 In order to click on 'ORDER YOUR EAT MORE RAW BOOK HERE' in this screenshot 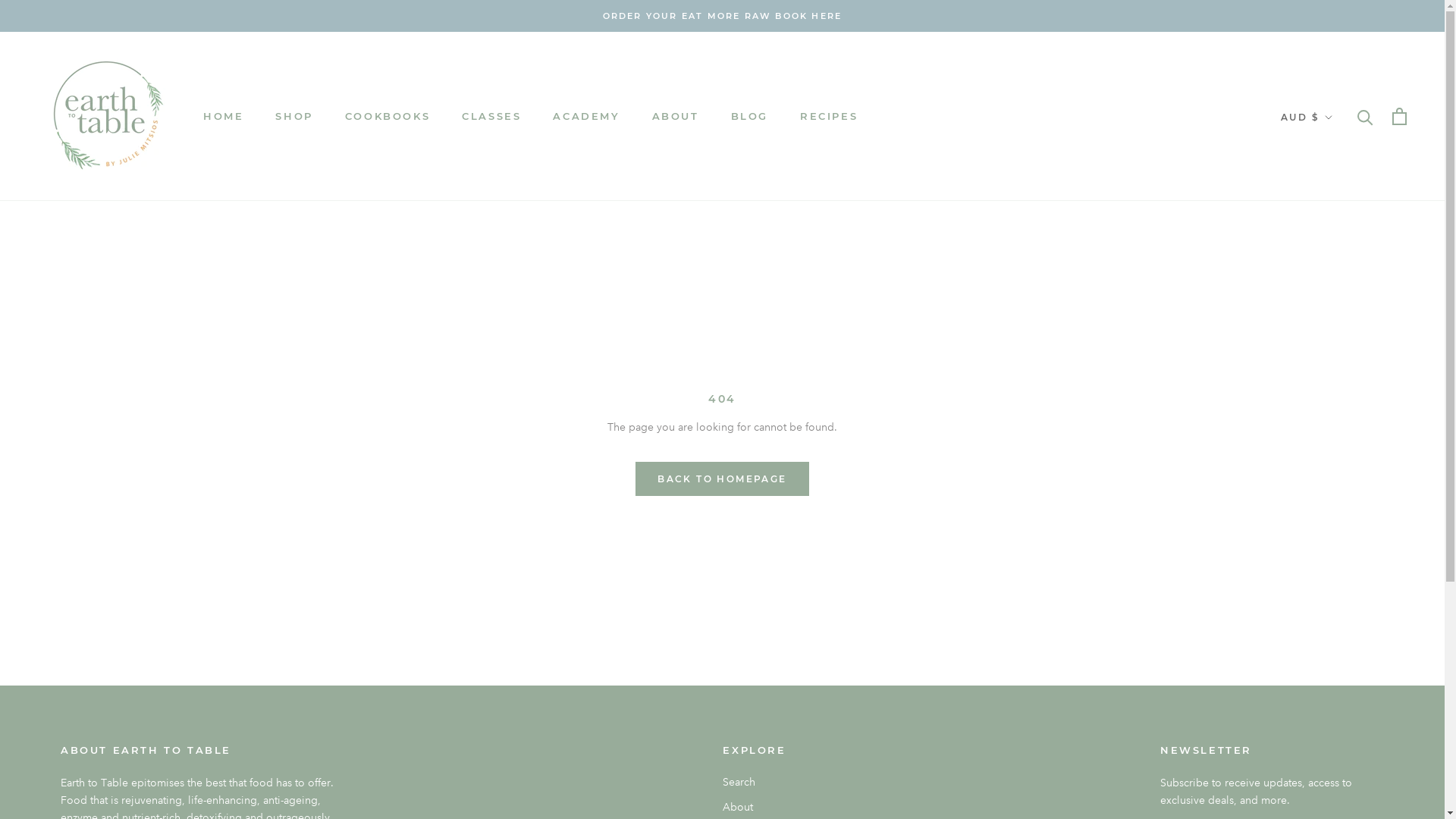, I will do `click(722, 15)`.